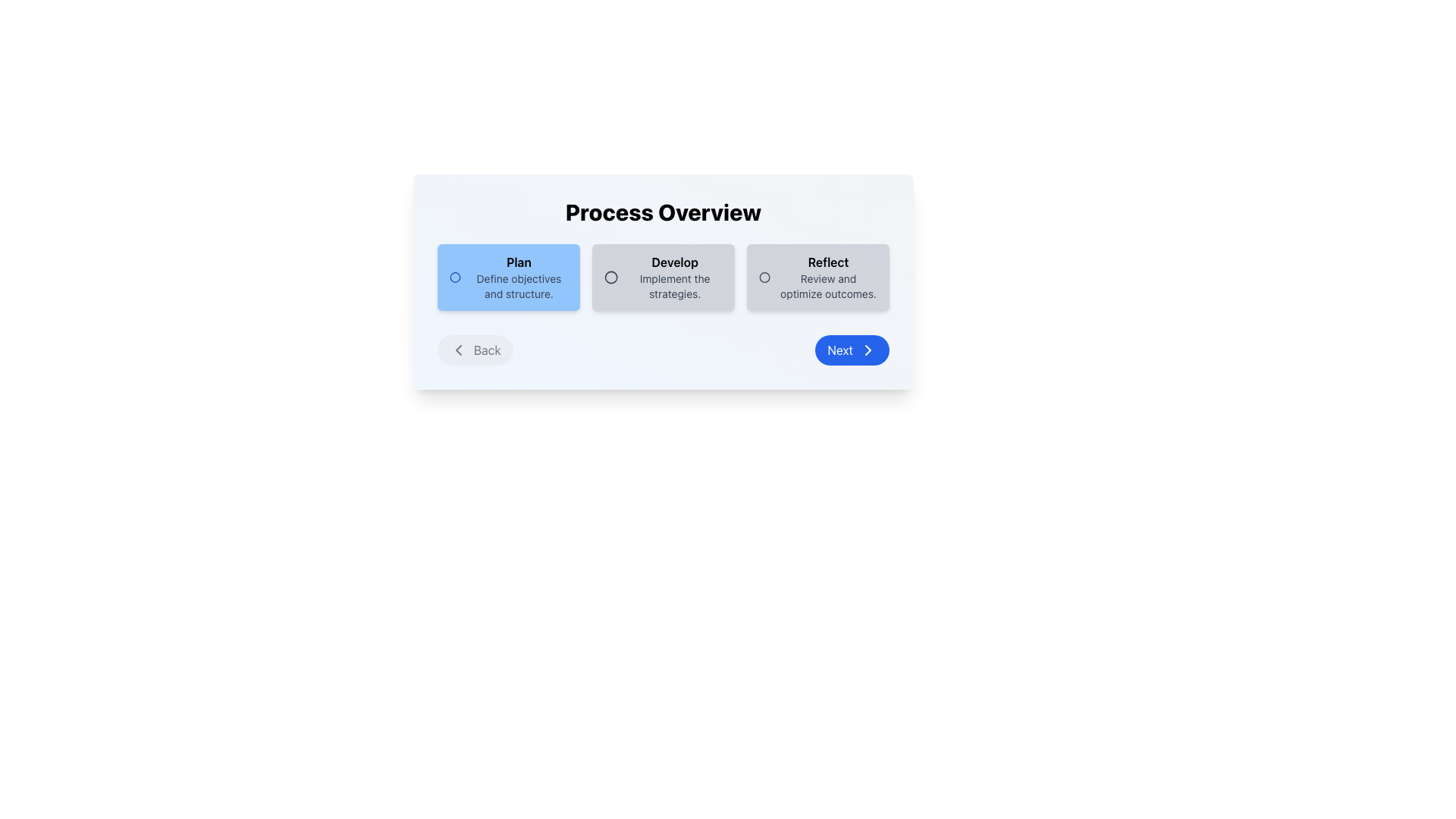 Image resolution: width=1456 pixels, height=819 pixels. I want to click on the radio button in the 'Reflect' section, so click(764, 278).